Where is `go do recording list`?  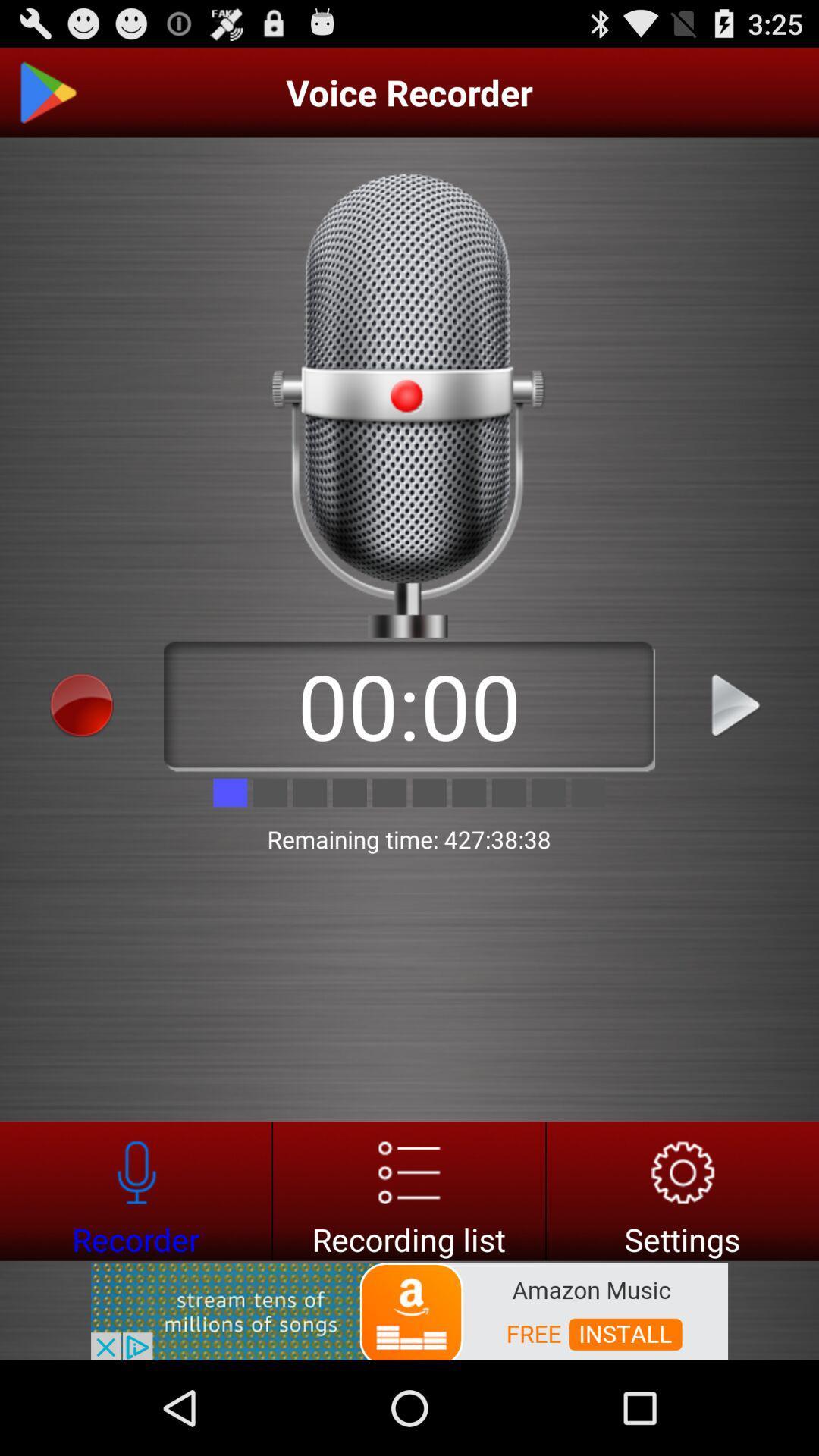 go do recording list is located at coordinates (408, 1190).